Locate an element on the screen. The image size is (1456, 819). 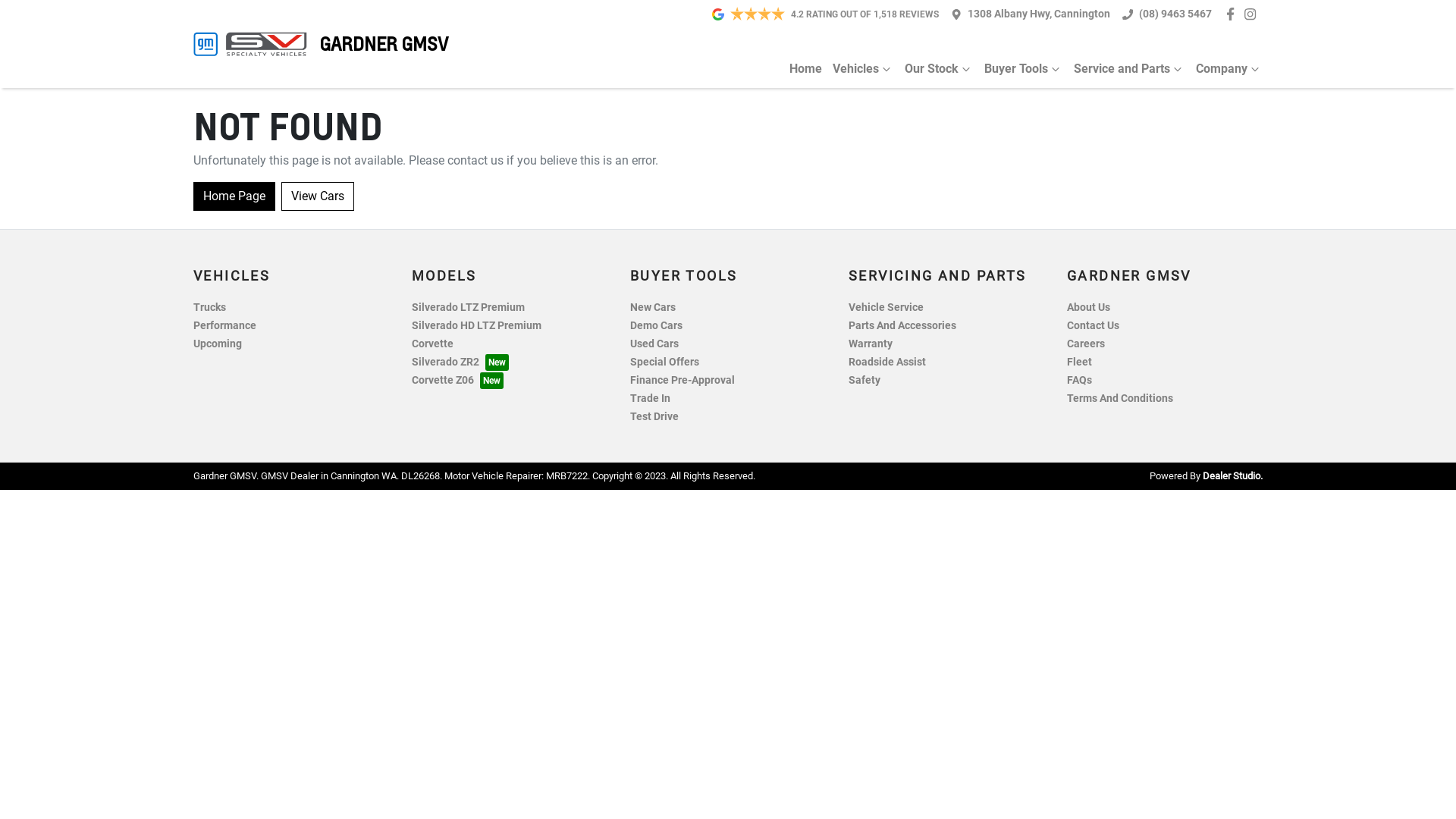
'Dealer Studio.' is located at coordinates (1232, 475).